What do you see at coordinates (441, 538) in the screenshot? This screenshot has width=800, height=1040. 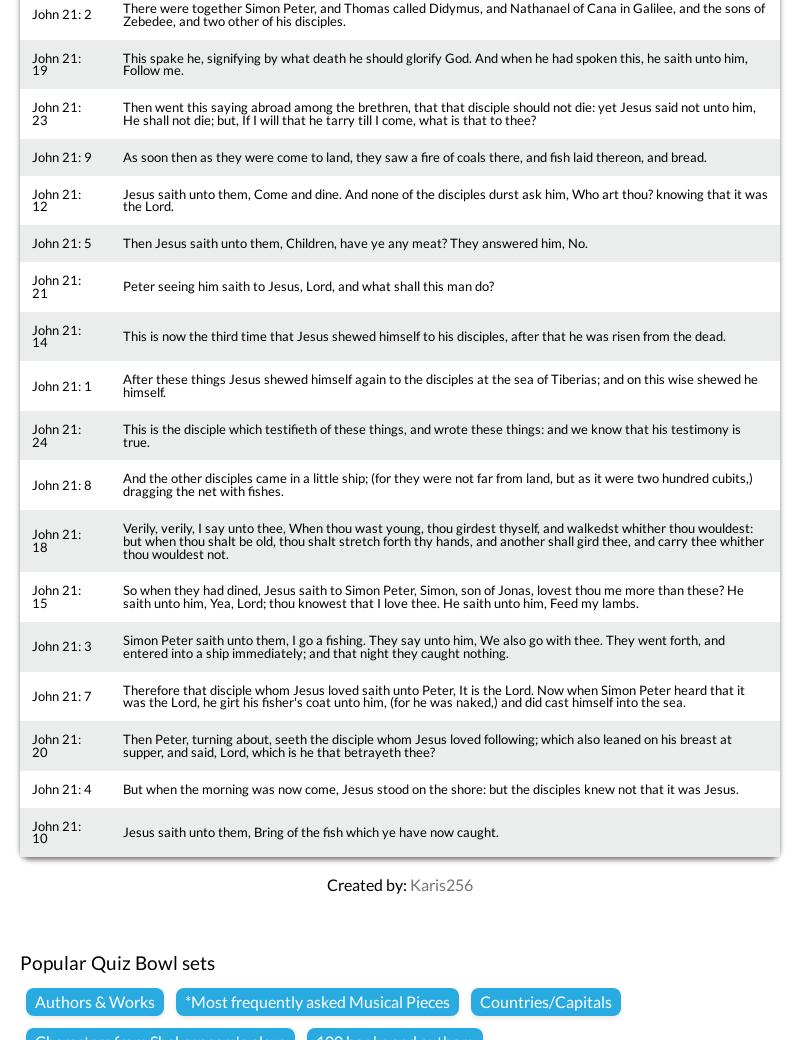 I see `'Verily, verily, I say unto thee, When thou wast young, thou girdest thyself, and walkedst whither thou wouldest: but when thou shalt be old, thou shalt stretch forth thy hands, and another shall gird thee, and carry thee whither thou wouldest not.'` at bounding box center [441, 538].